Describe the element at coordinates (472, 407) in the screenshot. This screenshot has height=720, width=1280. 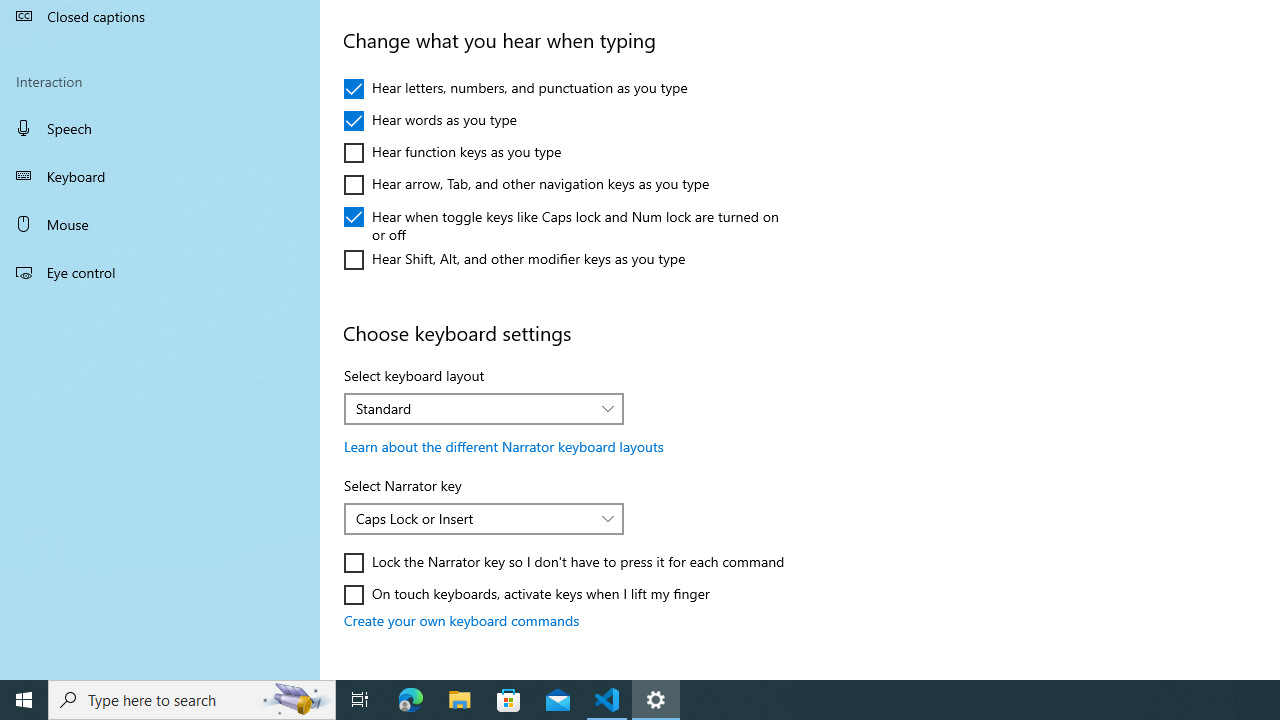
I see `'Standard'` at that location.